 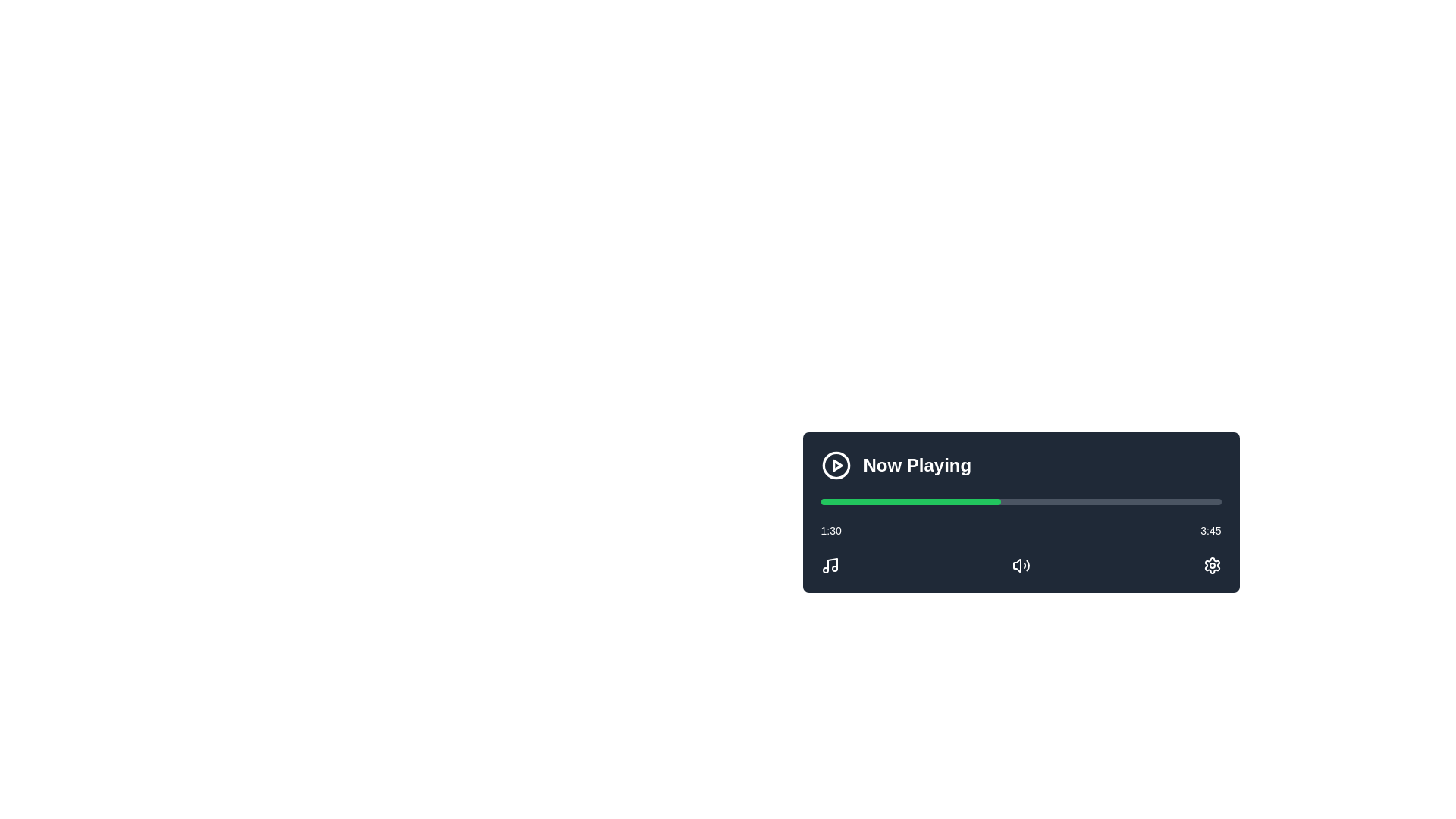 I want to click on the cog-shaped settings button located at the bottom-right corner of the media player panel, so click(x=1211, y=565).